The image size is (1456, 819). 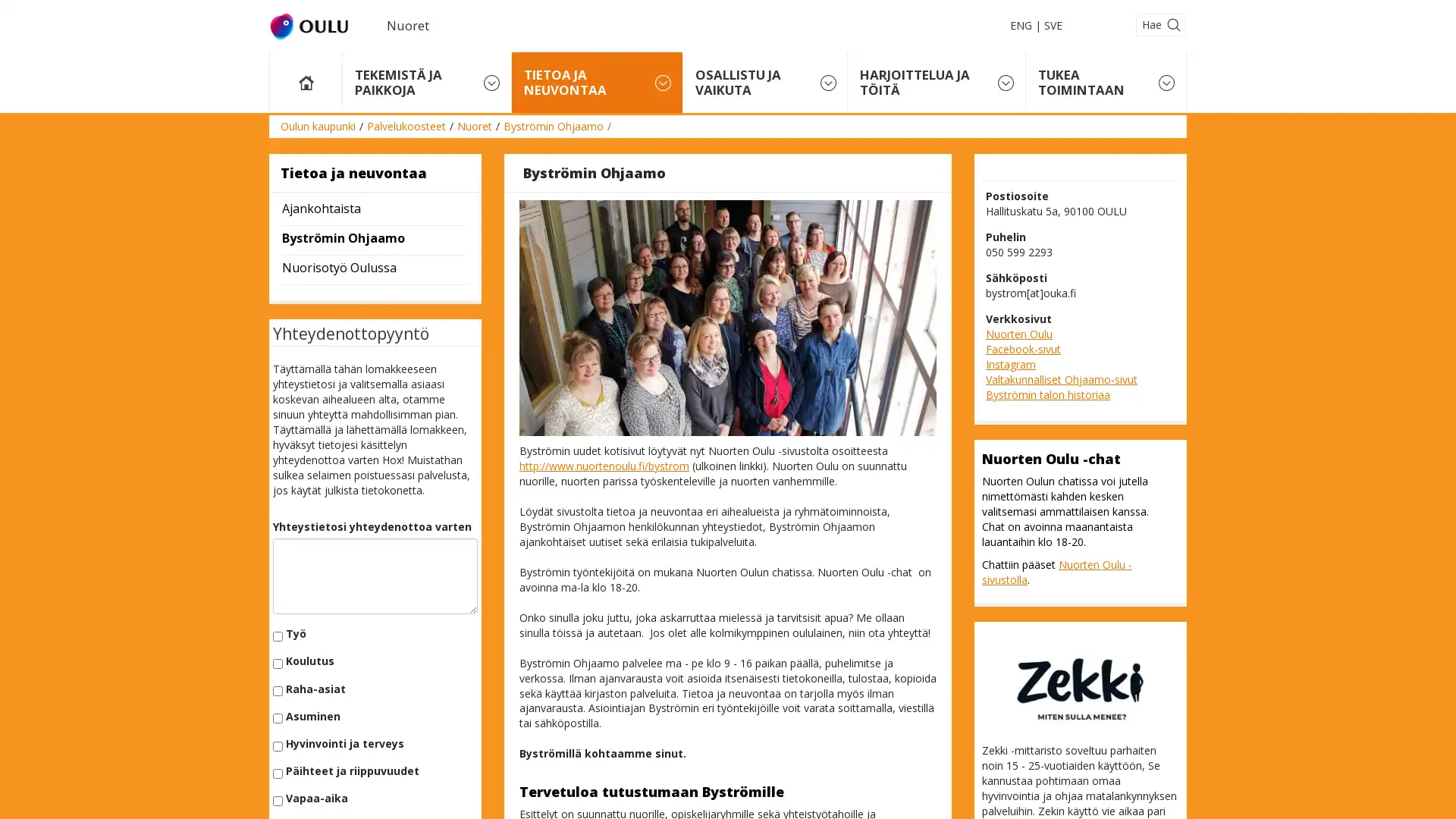 What do you see at coordinates (1165, 82) in the screenshot?
I see `Avaa valikko Tukea toimintaan` at bounding box center [1165, 82].